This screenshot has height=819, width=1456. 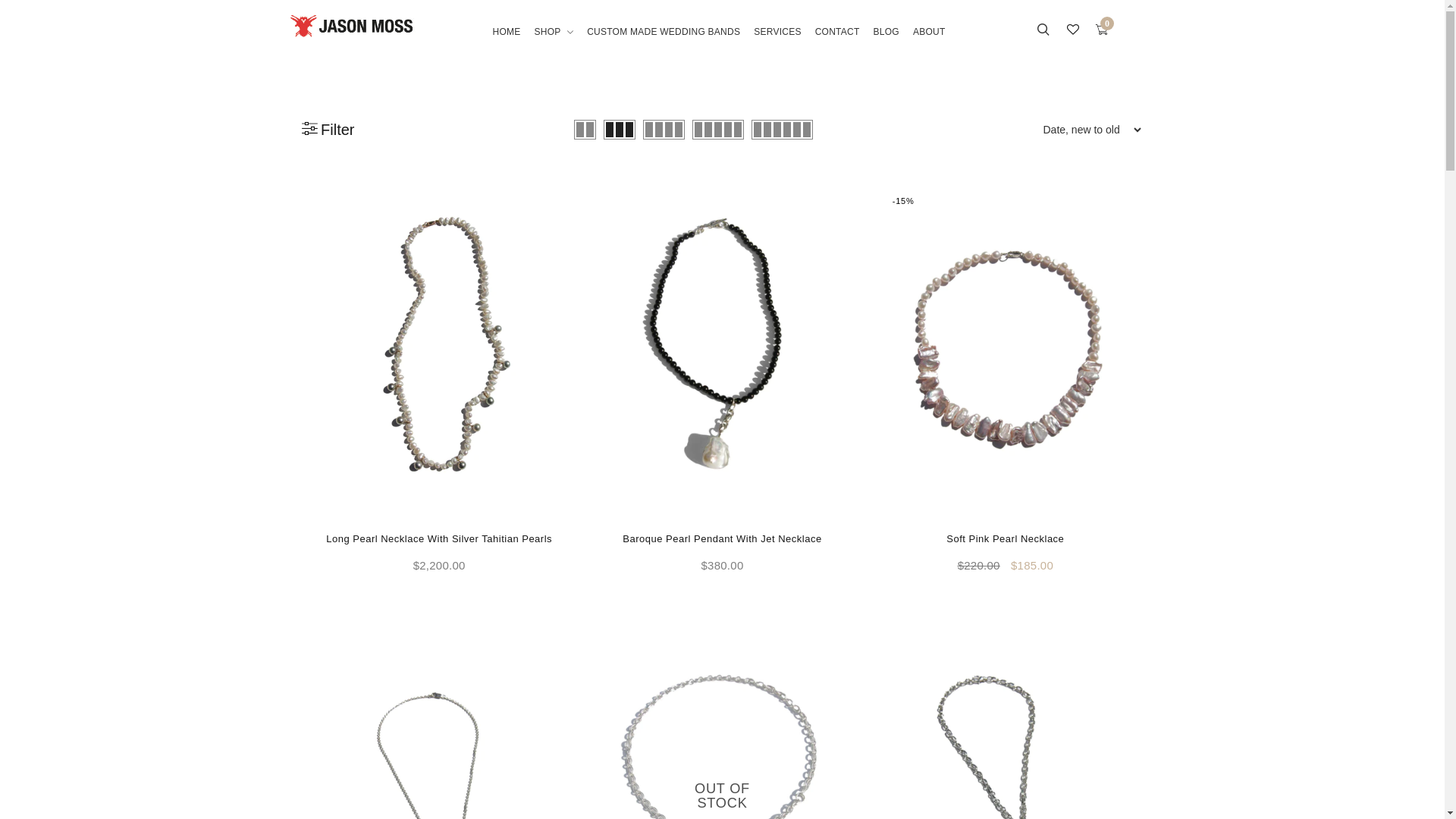 What do you see at coordinates (782, 128) in the screenshot?
I see `'6 col'` at bounding box center [782, 128].